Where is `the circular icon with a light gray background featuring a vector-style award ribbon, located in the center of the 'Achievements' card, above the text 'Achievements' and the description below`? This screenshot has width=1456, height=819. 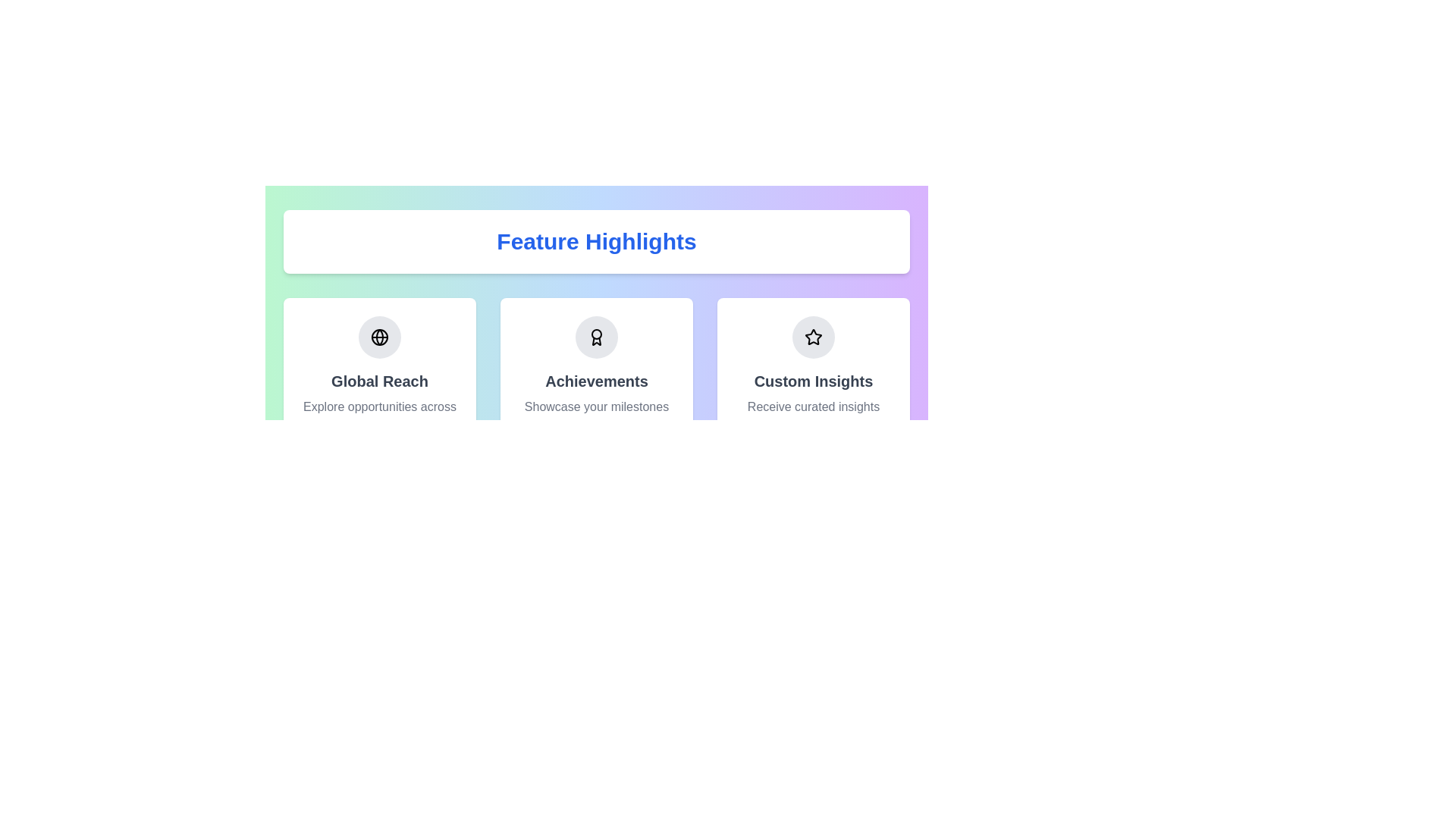 the circular icon with a light gray background featuring a vector-style award ribbon, located in the center of the 'Achievements' card, above the text 'Achievements' and the description below is located at coordinates (596, 336).